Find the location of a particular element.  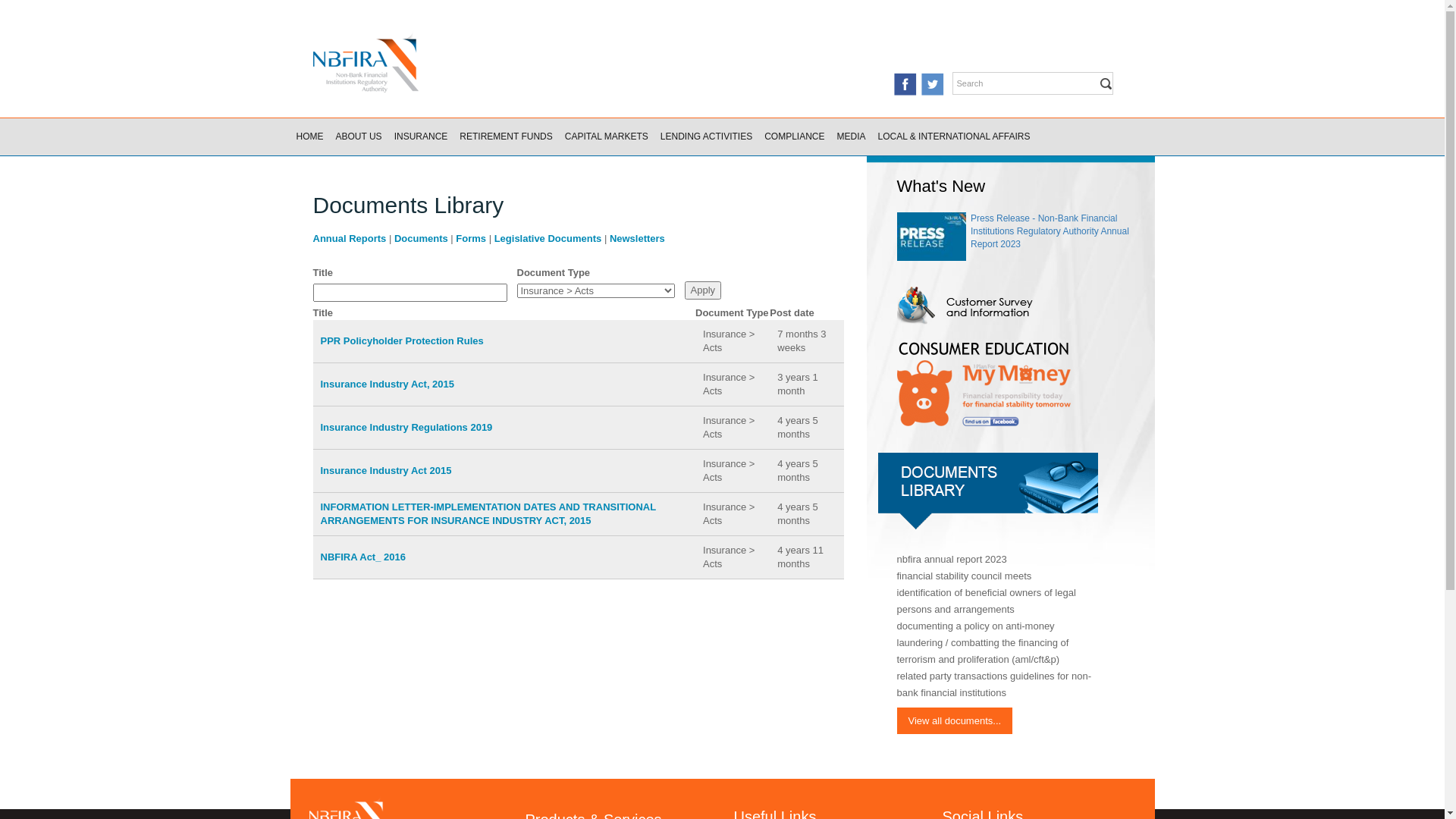

'RETIREMENT FUNDS' is located at coordinates (506, 136).